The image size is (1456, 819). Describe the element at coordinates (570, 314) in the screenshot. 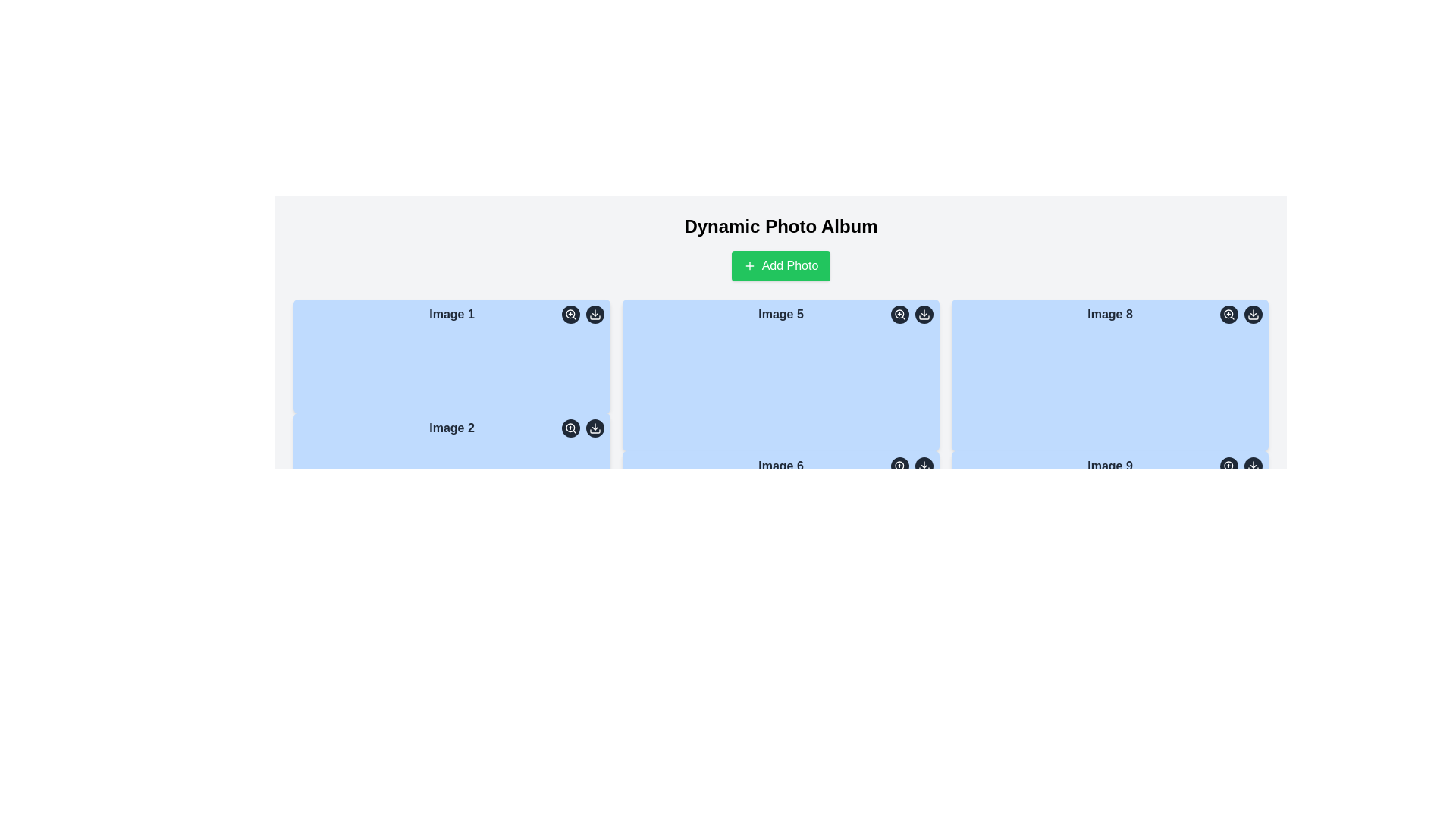

I see `the zoom button located in the top-right corner of the Image 1 card in the photo gallery, which triggers a magnification or detail display of the associated image` at that location.